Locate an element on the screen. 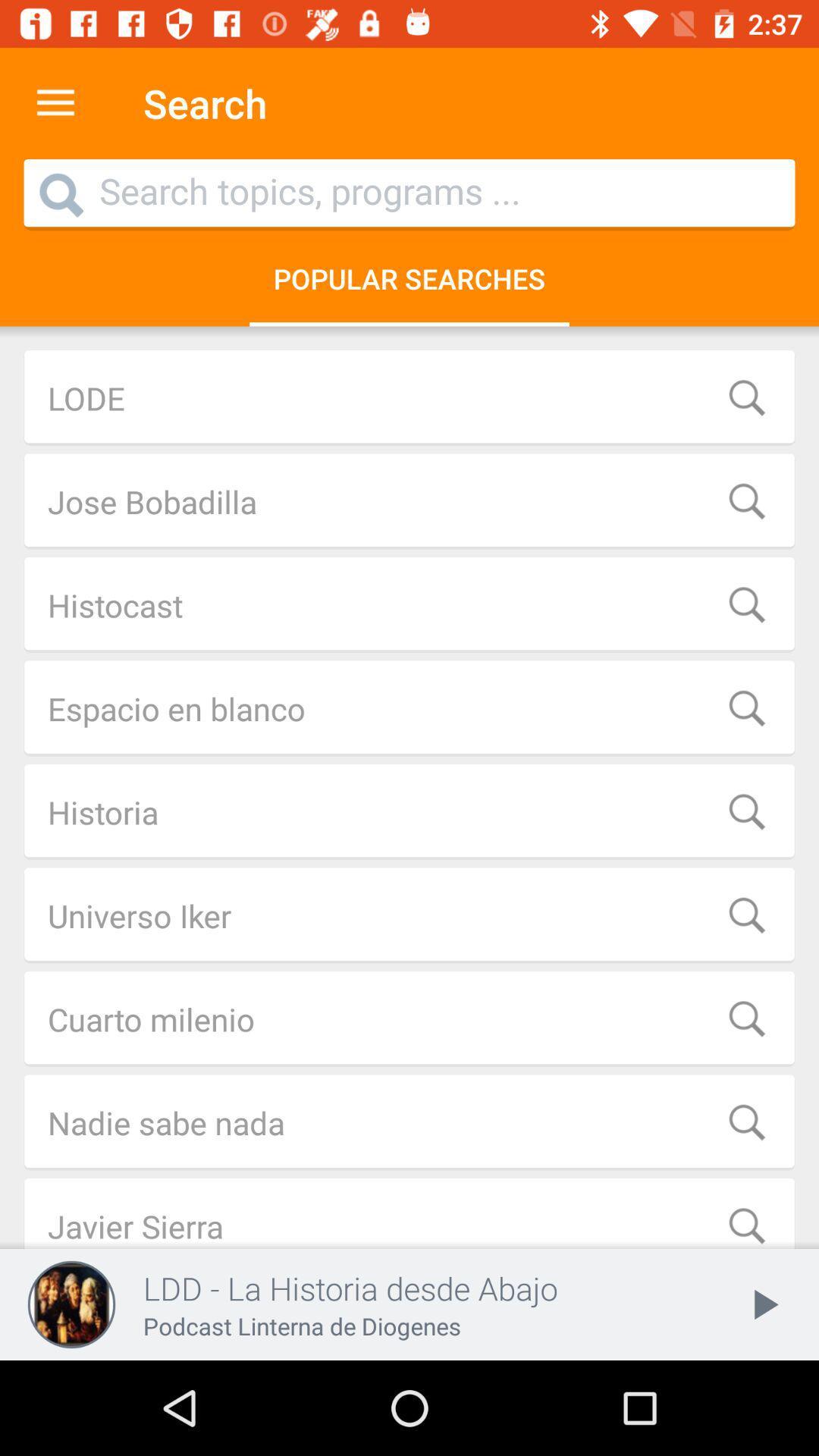 The image size is (819, 1456). the icon above the cuarto milenio item is located at coordinates (409, 915).